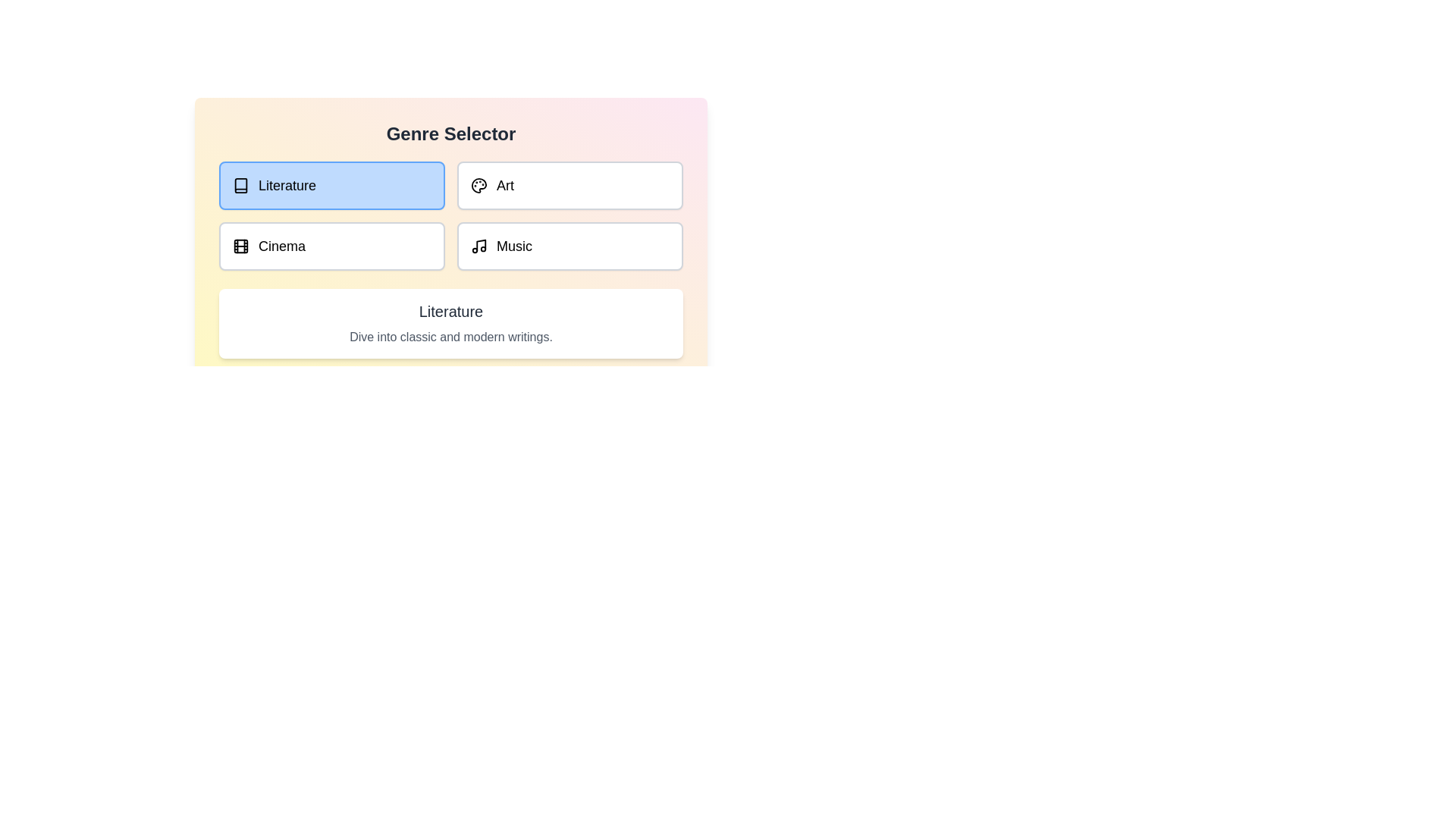  I want to click on the open book icon representing the 'Literature' category, so click(240, 185).